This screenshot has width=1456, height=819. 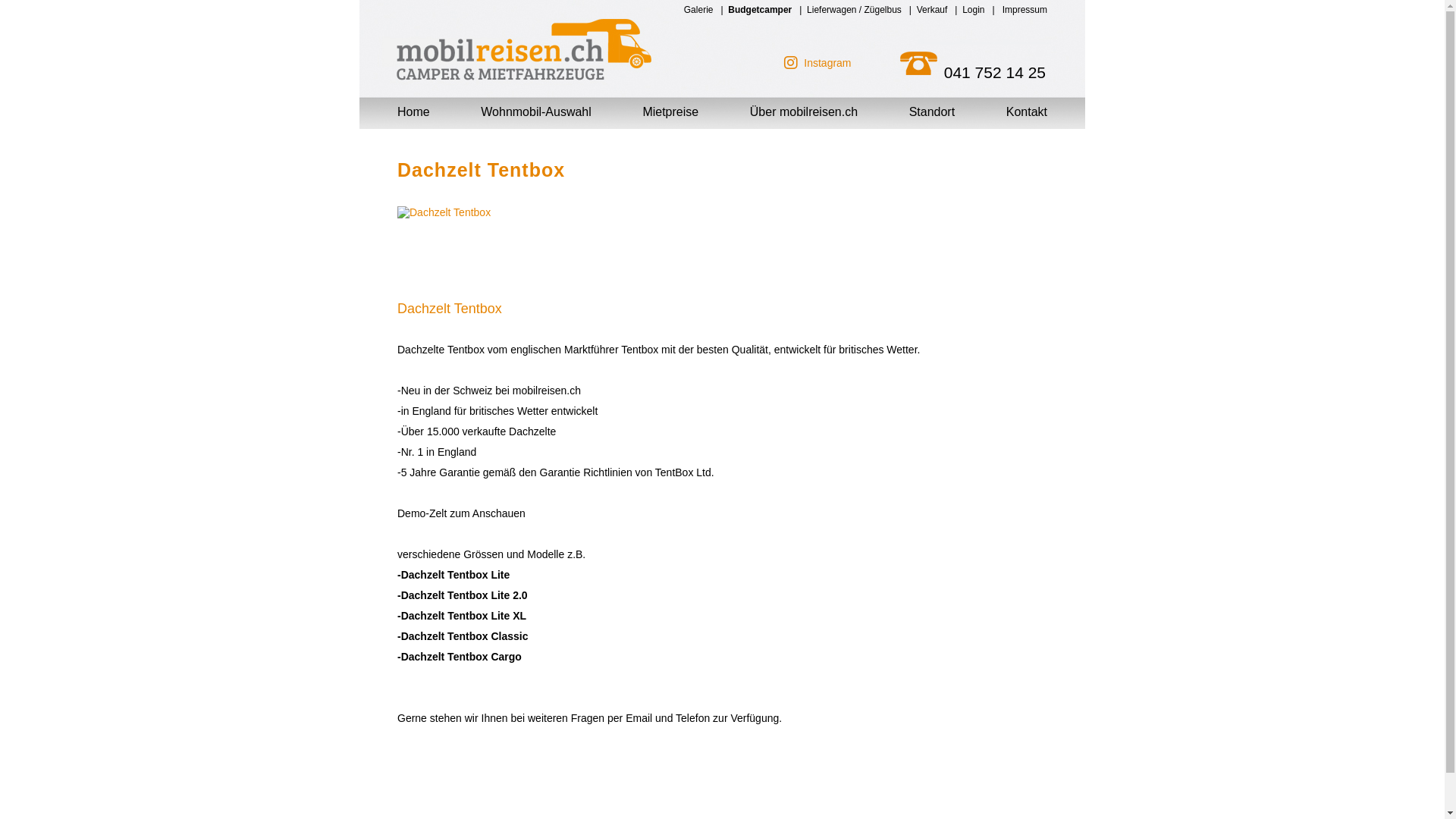 What do you see at coordinates (961, 9) in the screenshot?
I see `'Login'` at bounding box center [961, 9].